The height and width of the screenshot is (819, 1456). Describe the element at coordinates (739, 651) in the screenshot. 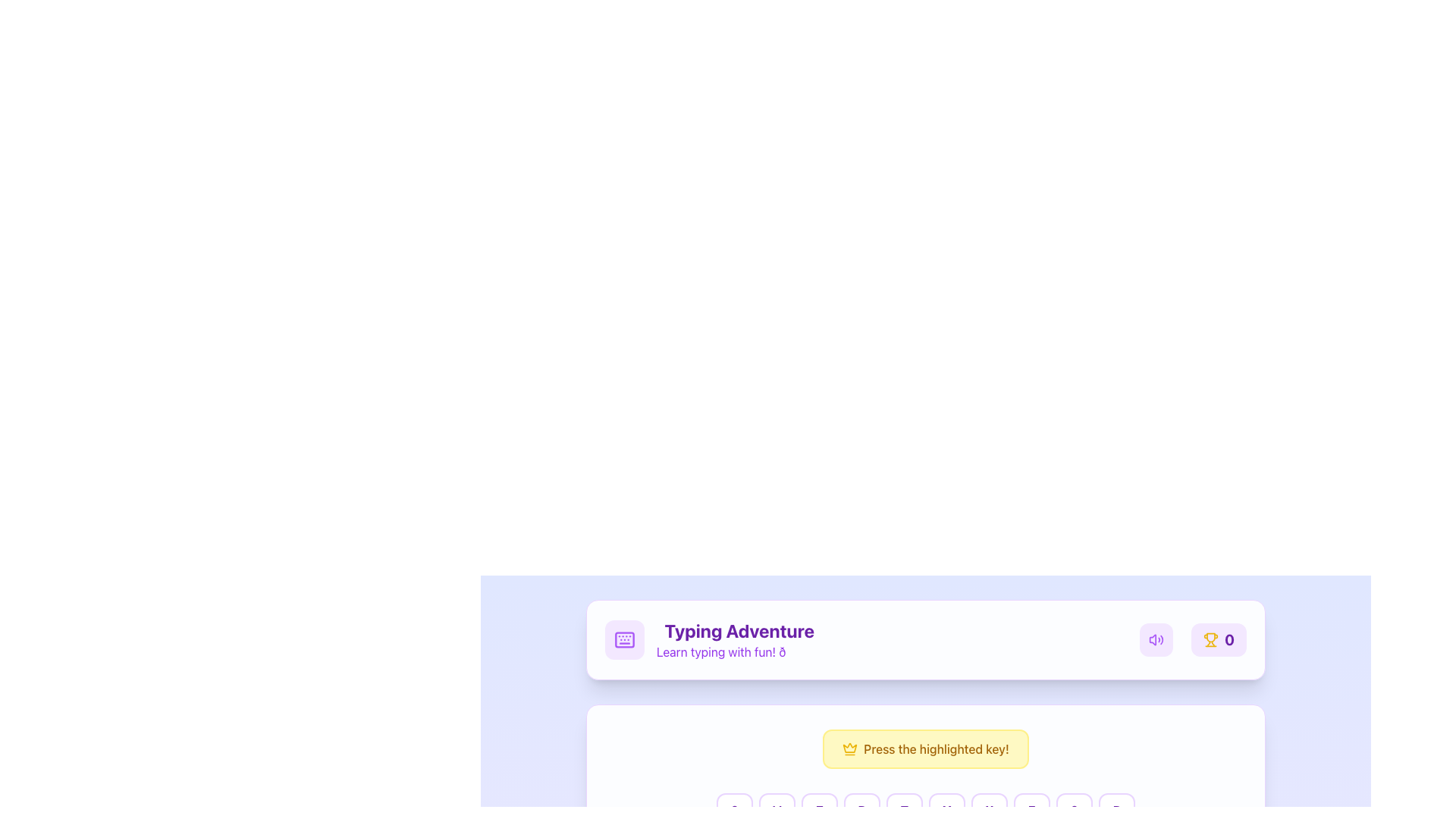

I see `the Text Label located directly below the 'Typing Adventure' heading, which serves as a motivational subtitle for the typing activity` at that location.